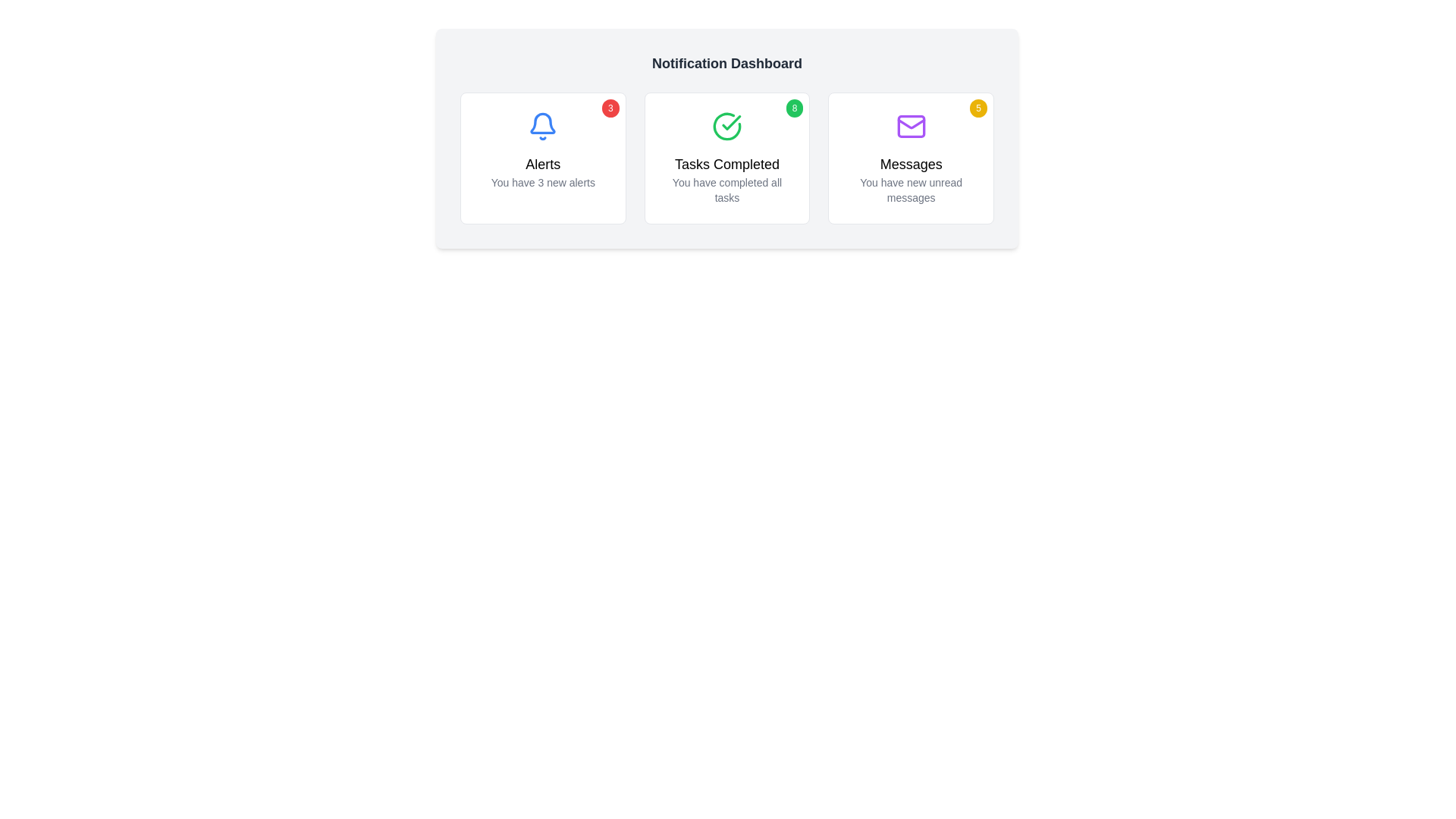  I want to click on text that indicates the number of new alerts available, located beneath the 'Alerts' title and icon in the leftmost notification card of the Notification Dashboard, so click(543, 181).